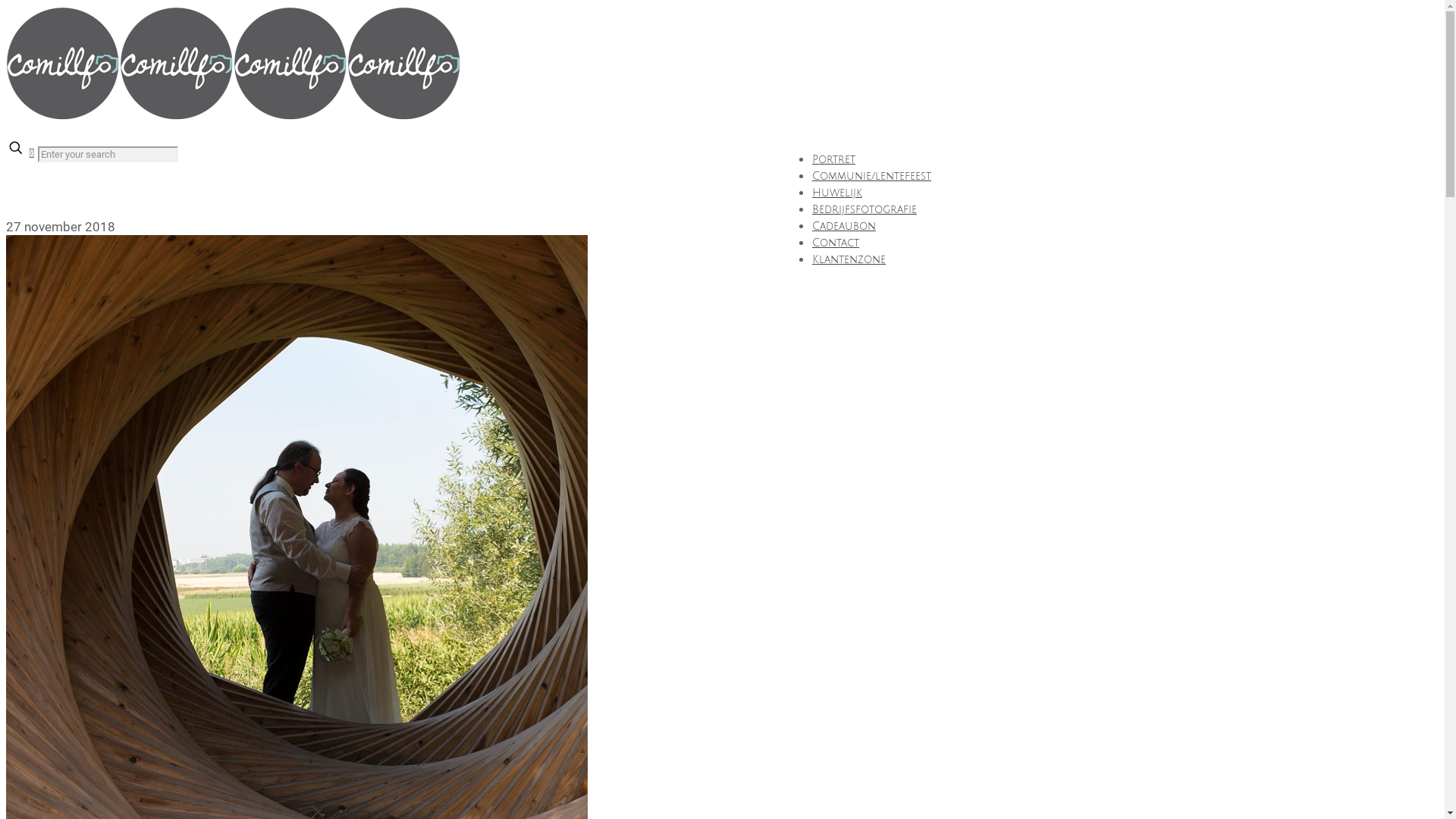  Describe the element at coordinates (232, 114) in the screenshot. I see `'Comillfo'` at that location.